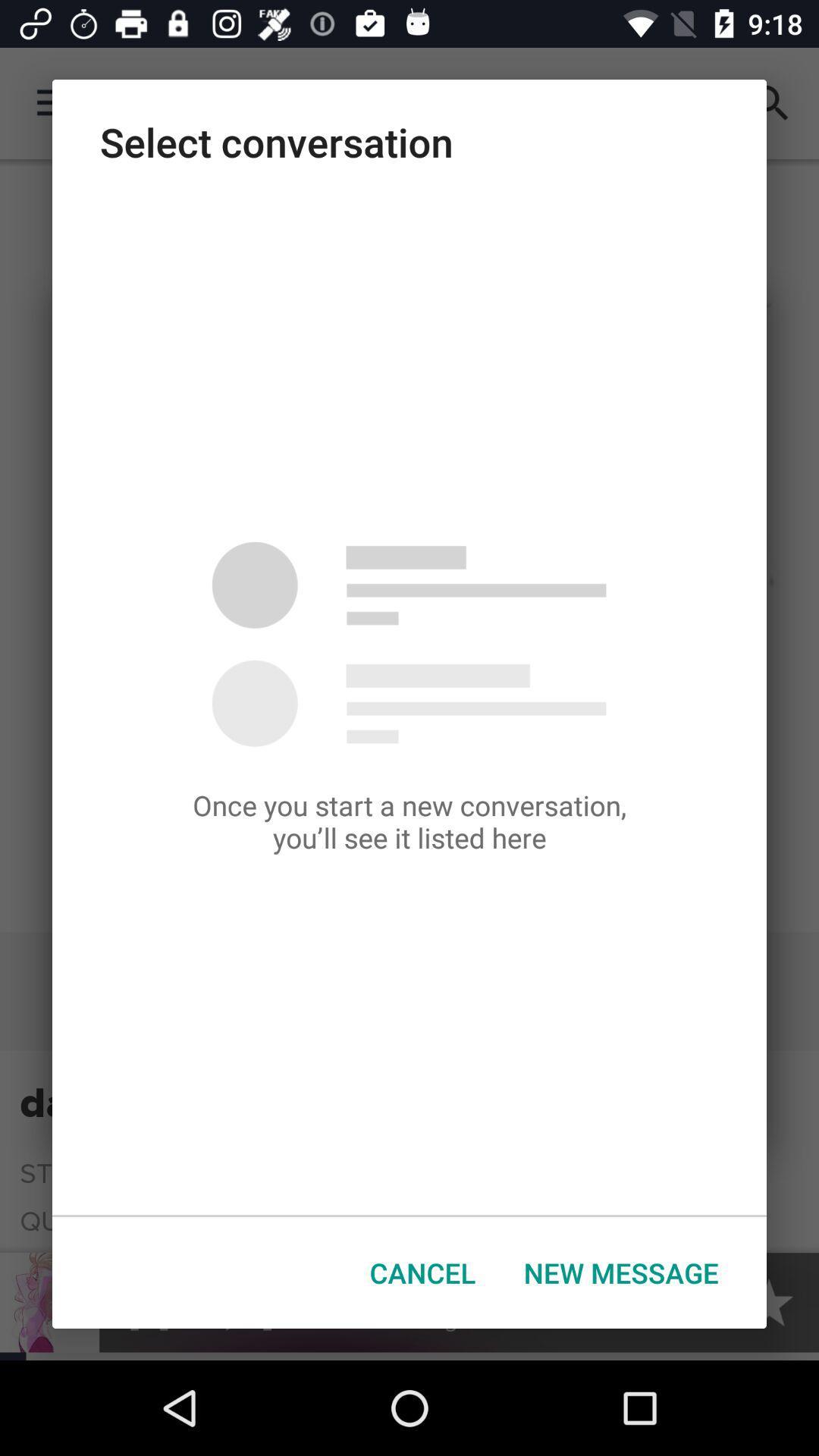  Describe the element at coordinates (621, 1272) in the screenshot. I see `the button to the right of the cancel` at that location.